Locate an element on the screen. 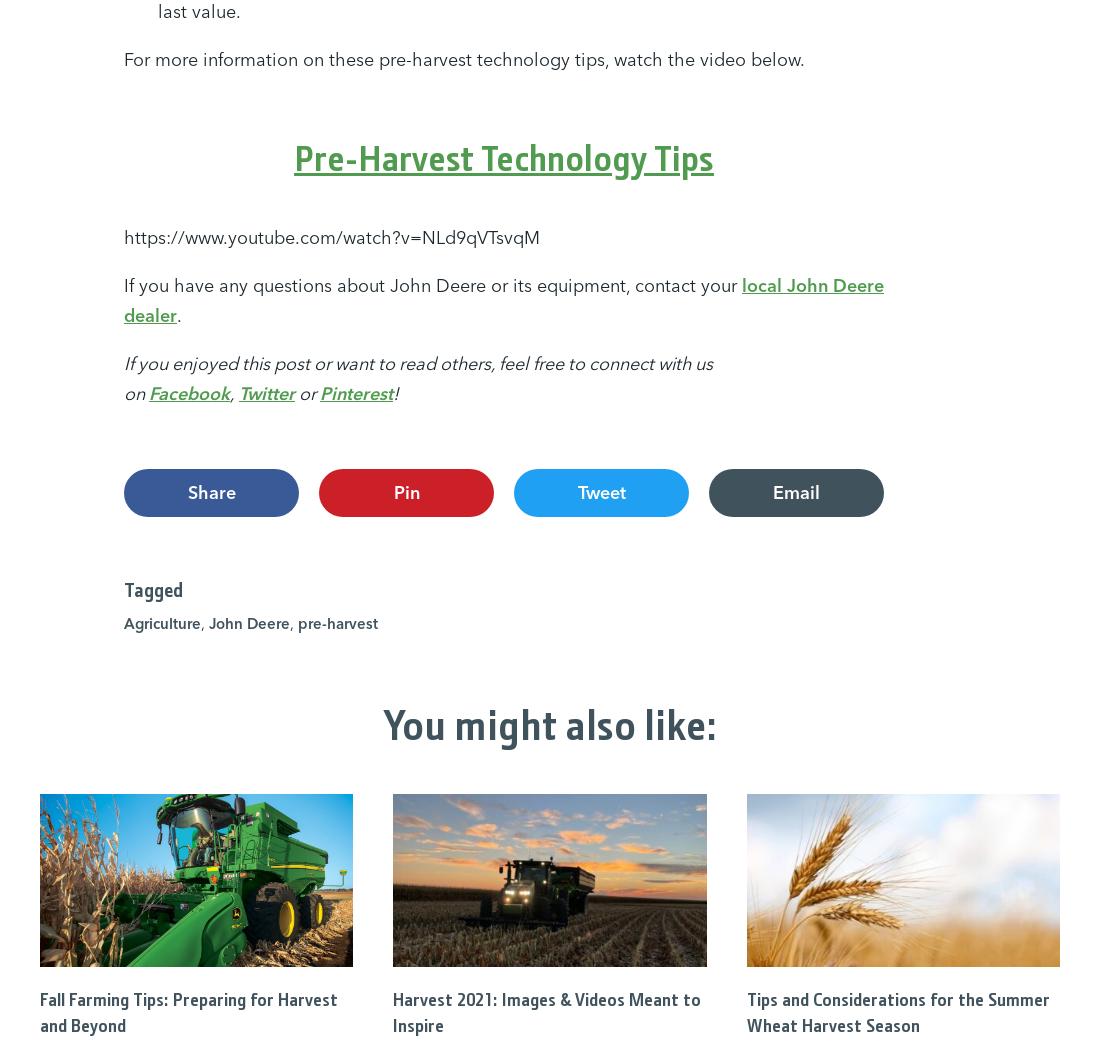 The width and height of the screenshot is (1100, 1045). 'Pin' is located at coordinates (406, 491).